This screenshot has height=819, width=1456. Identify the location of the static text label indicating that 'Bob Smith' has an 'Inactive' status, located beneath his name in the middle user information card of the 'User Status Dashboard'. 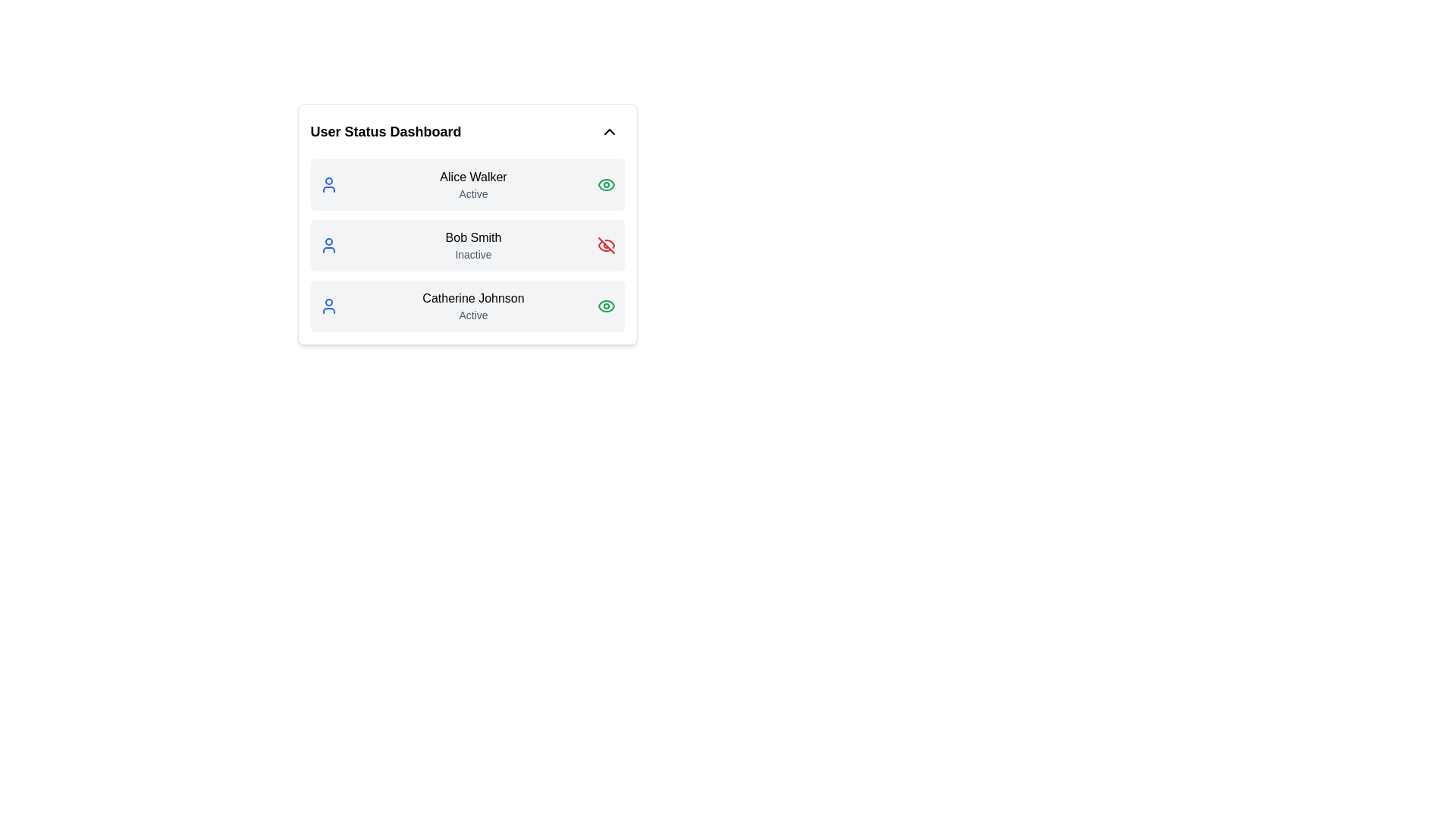
(472, 253).